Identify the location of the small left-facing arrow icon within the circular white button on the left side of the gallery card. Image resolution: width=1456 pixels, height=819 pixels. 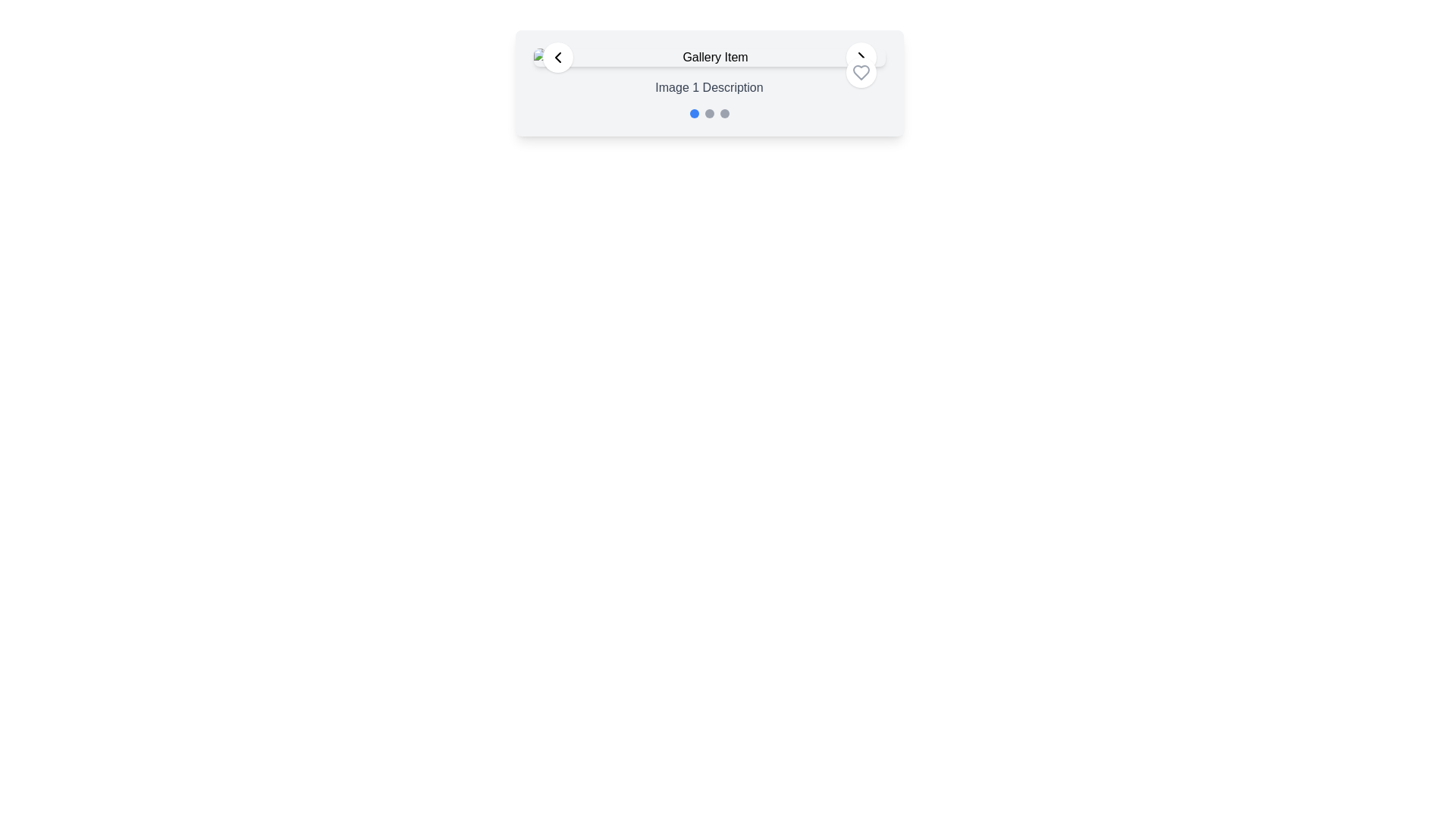
(557, 57).